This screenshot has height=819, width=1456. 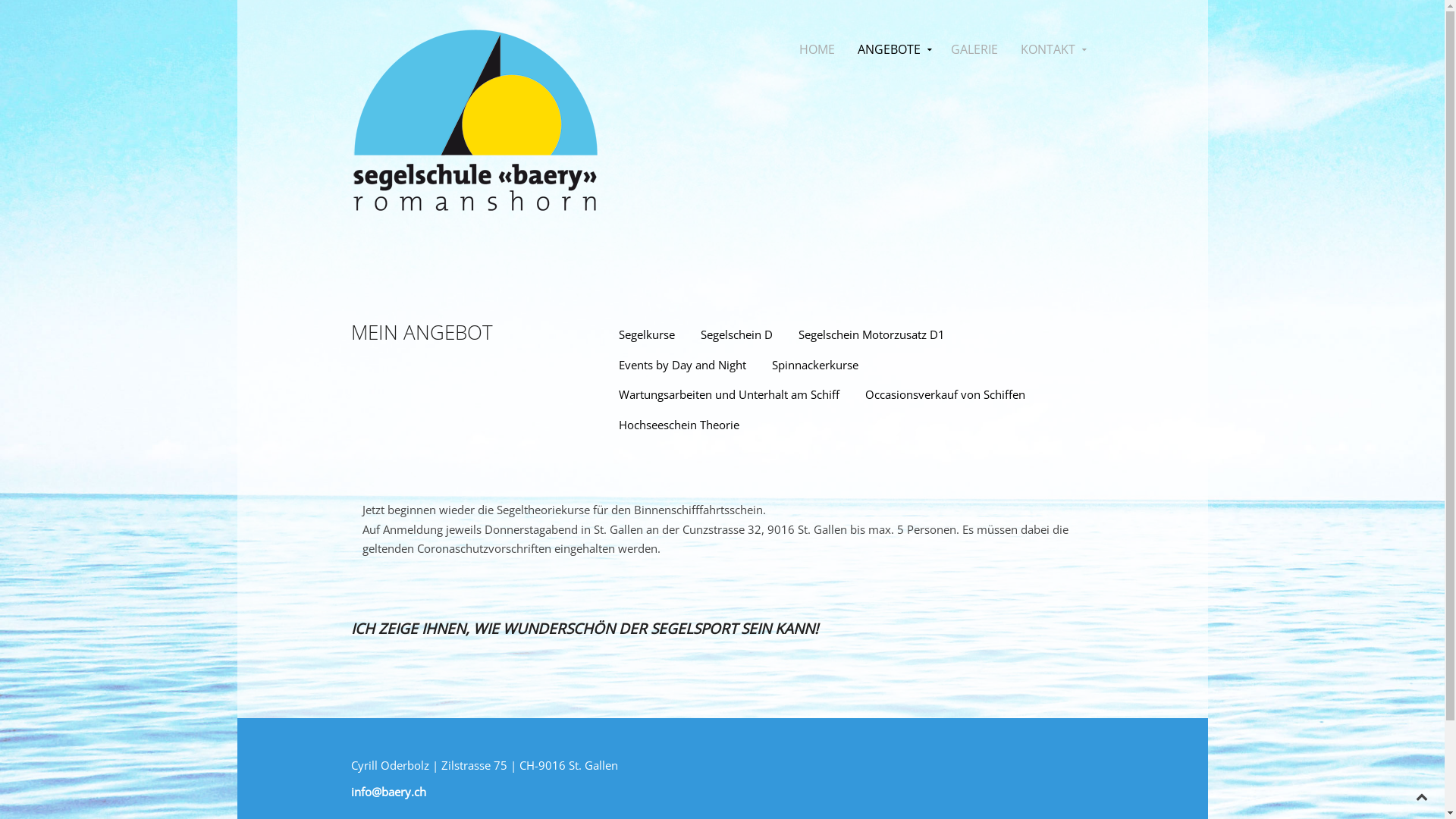 I want to click on 'Spinnackerkurse', so click(x=814, y=366).